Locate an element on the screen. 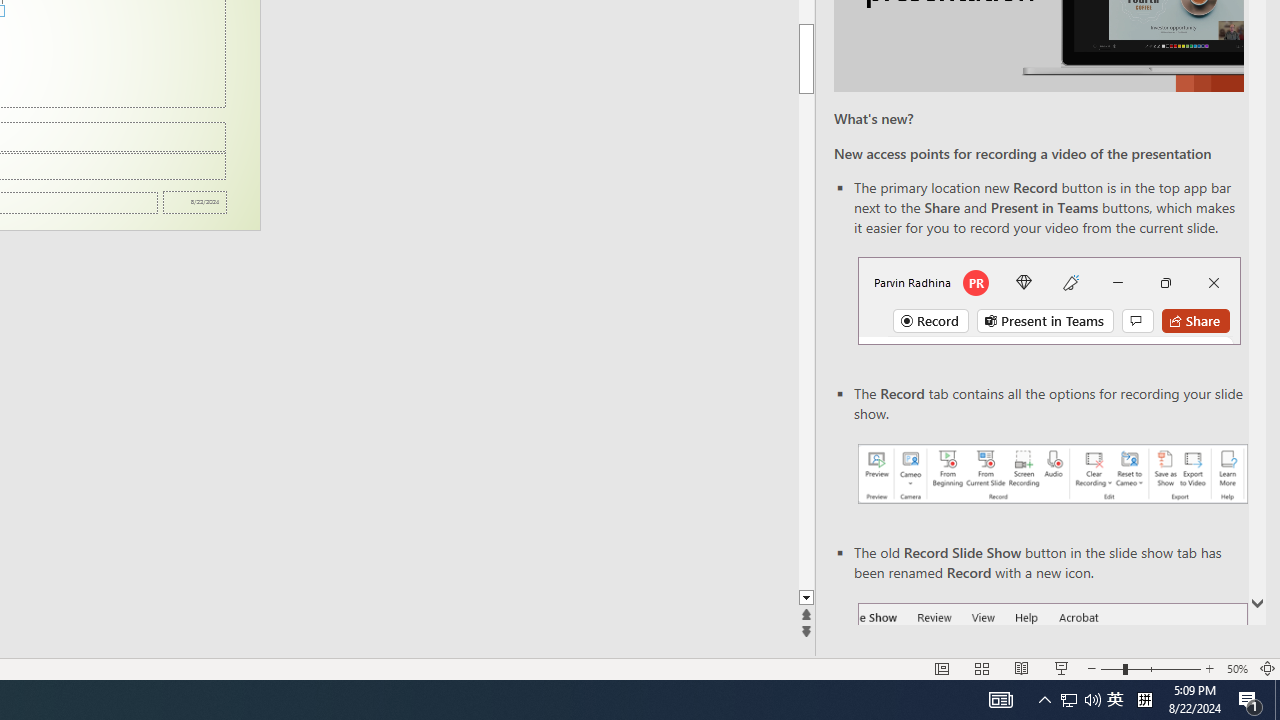 The image size is (1280, 720). 'Record your presentations screenshot one' is located at coordinates (1051, 474).